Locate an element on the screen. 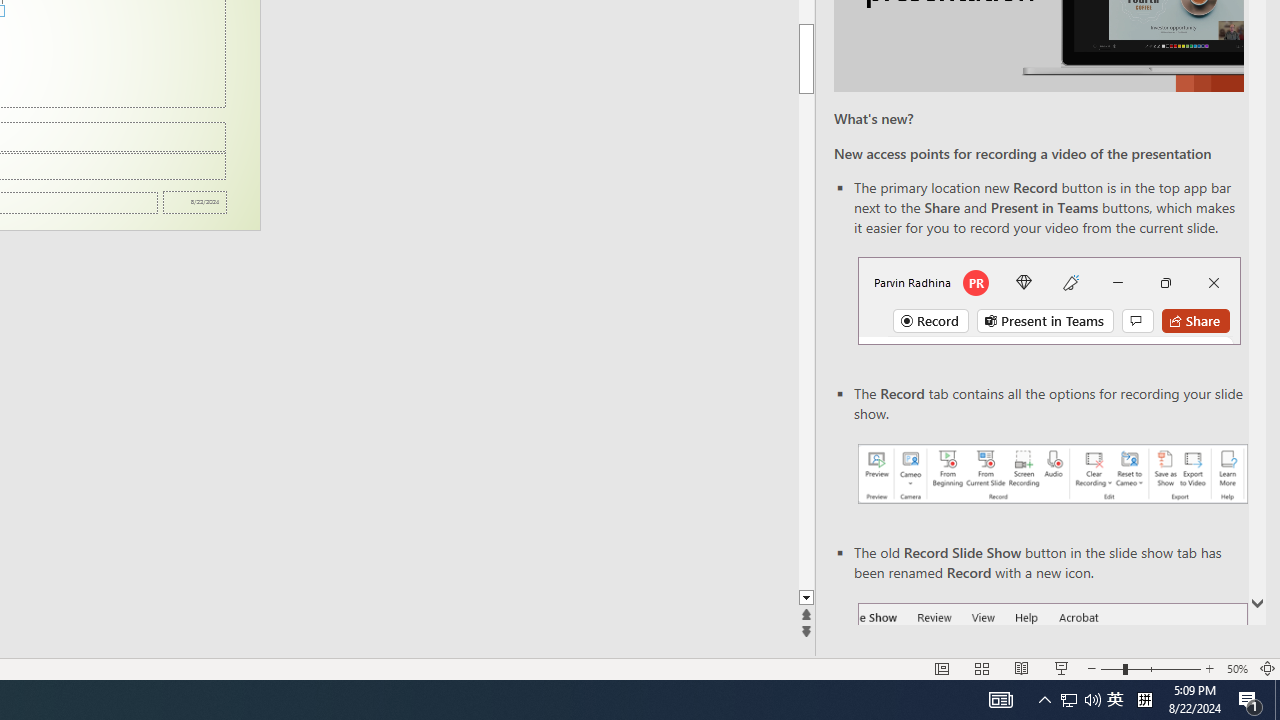 The image size is (1280, 720). 'Record your presentations screenshot one' is located at coordinates (1051, 474).